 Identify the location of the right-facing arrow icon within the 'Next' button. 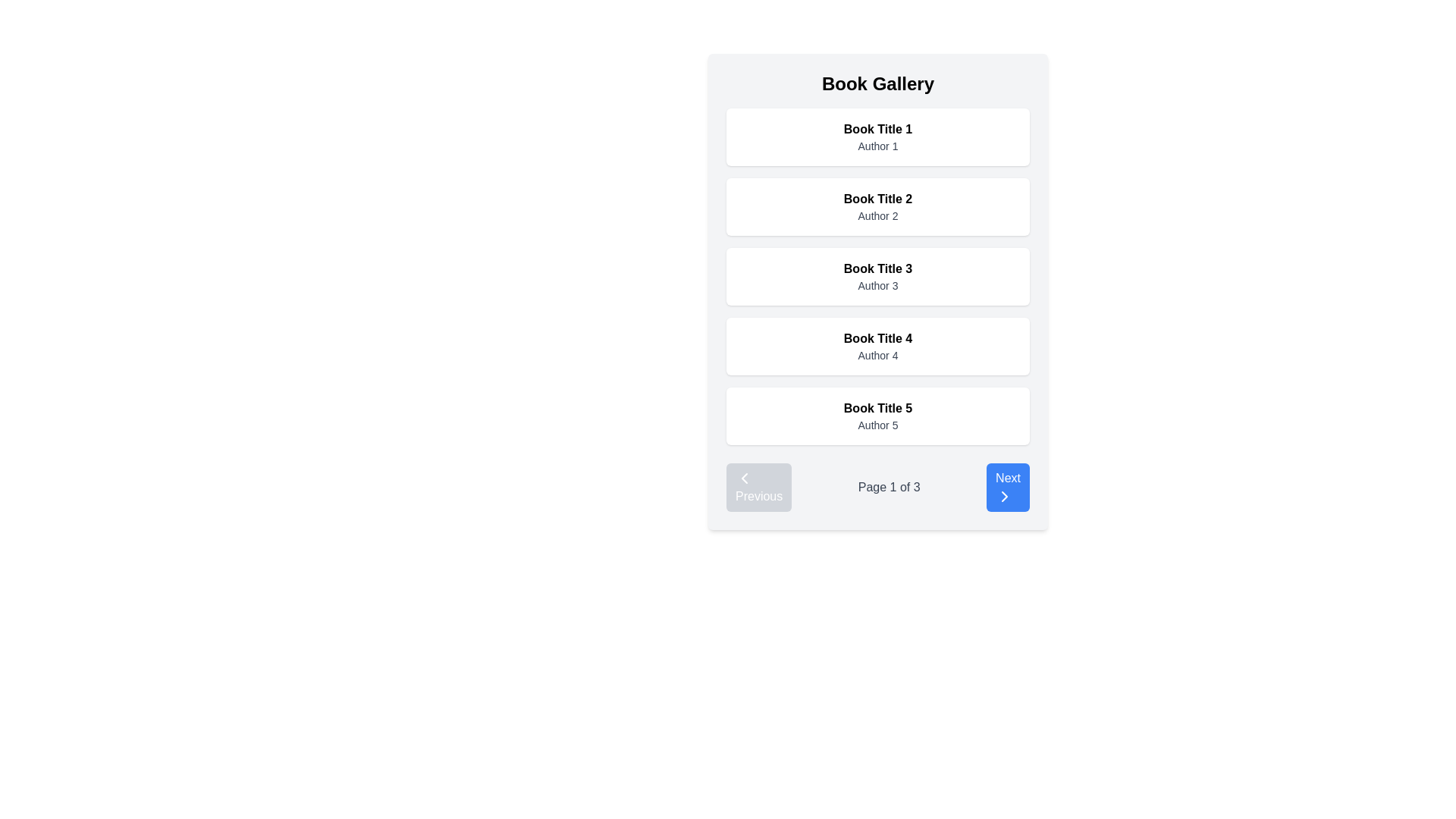
(1004, 497).